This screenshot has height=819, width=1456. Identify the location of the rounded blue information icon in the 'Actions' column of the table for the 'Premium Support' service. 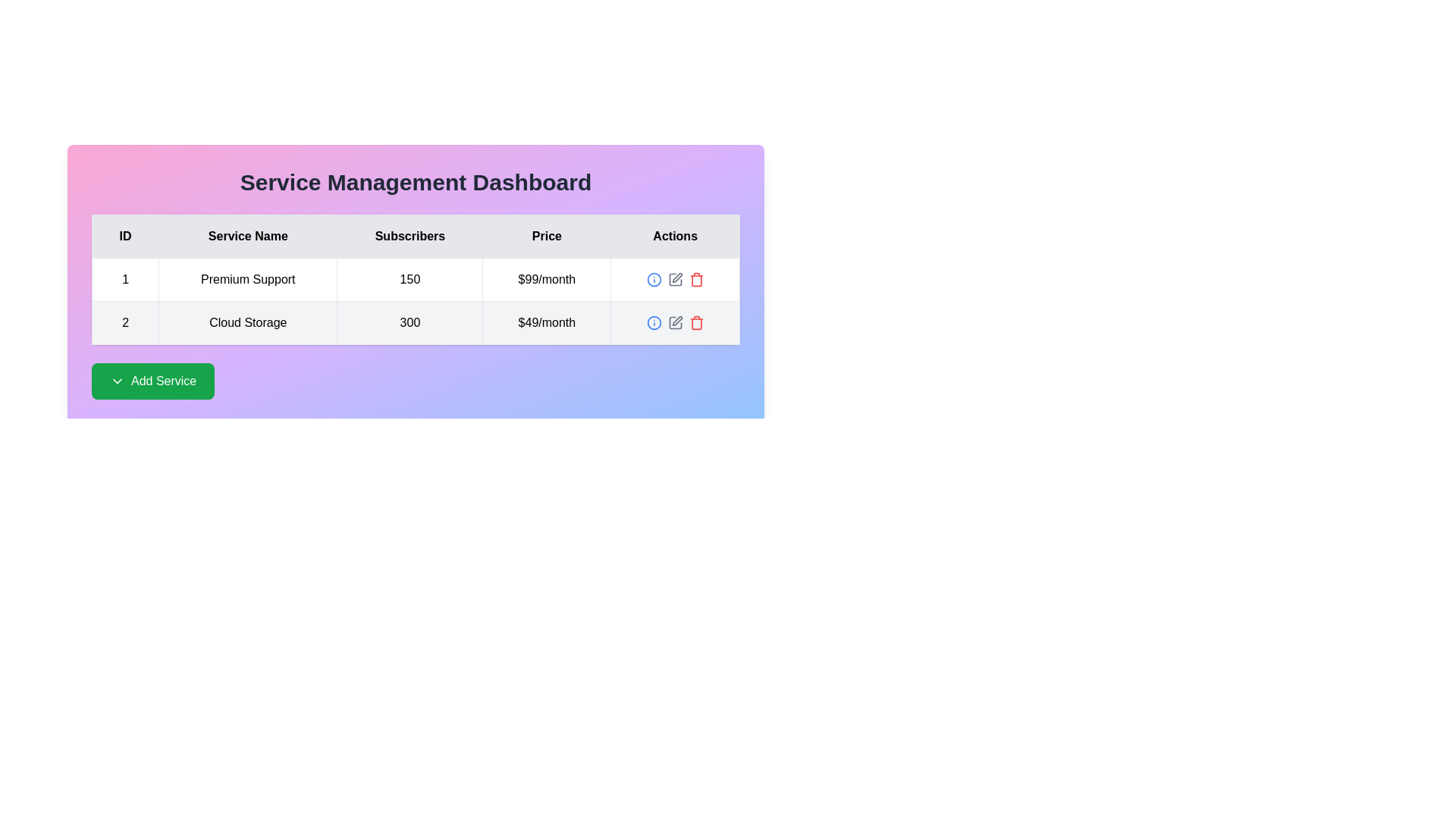
(654, 322).